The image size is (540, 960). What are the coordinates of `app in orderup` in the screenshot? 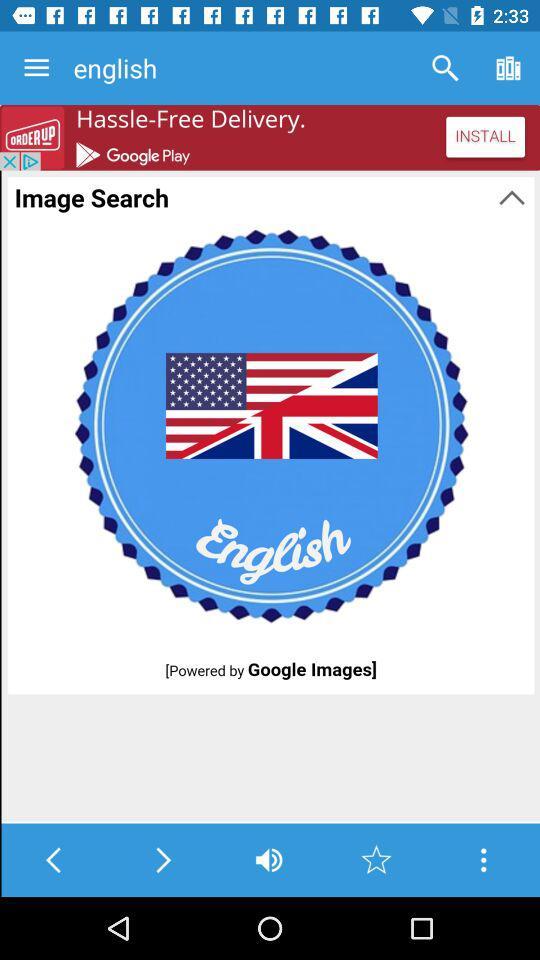 It's located at (270, 136).